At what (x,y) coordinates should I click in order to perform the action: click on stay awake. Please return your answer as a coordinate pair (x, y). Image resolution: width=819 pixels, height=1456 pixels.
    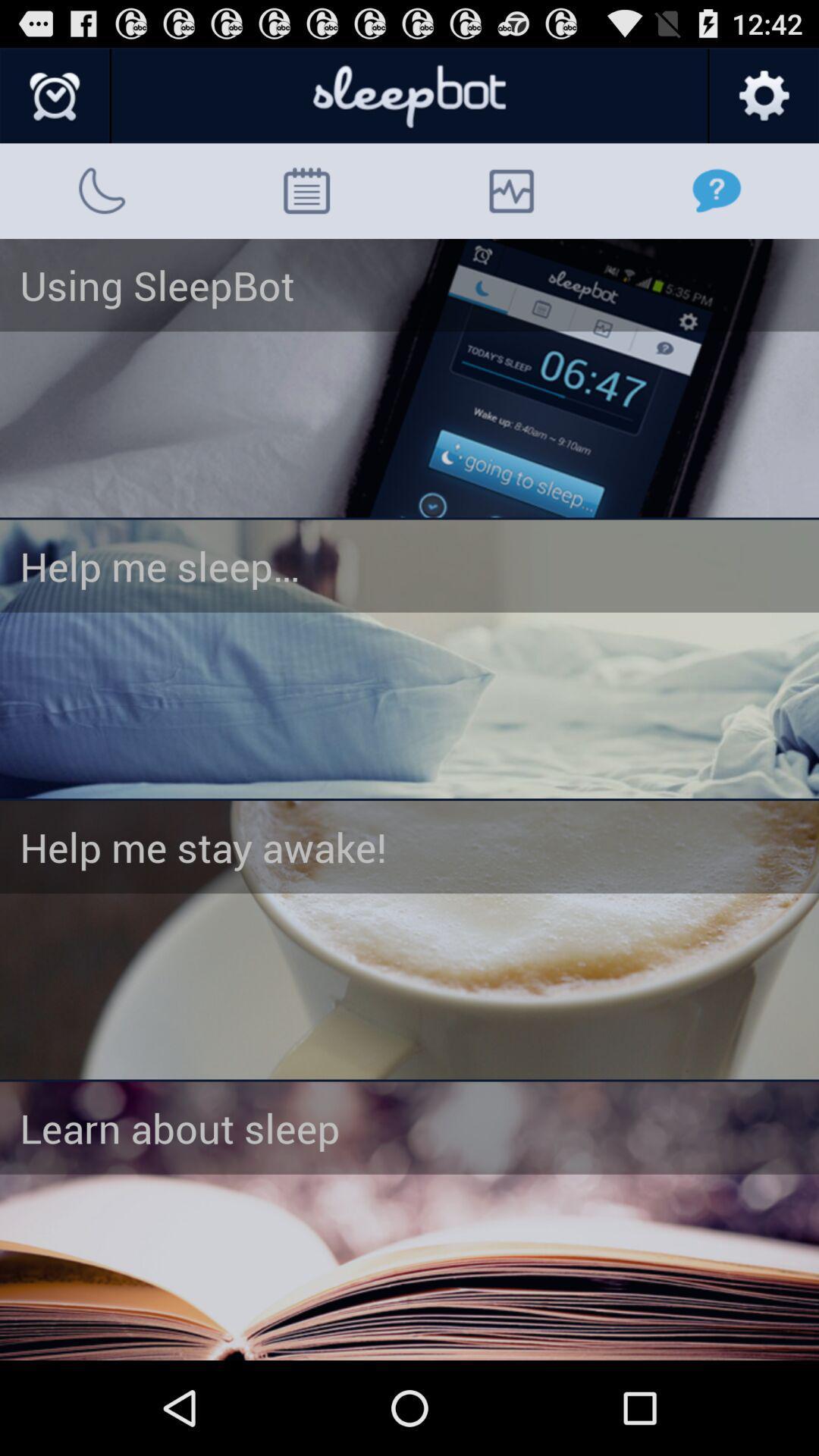
    Looking at the image, I should click on (409, 939).